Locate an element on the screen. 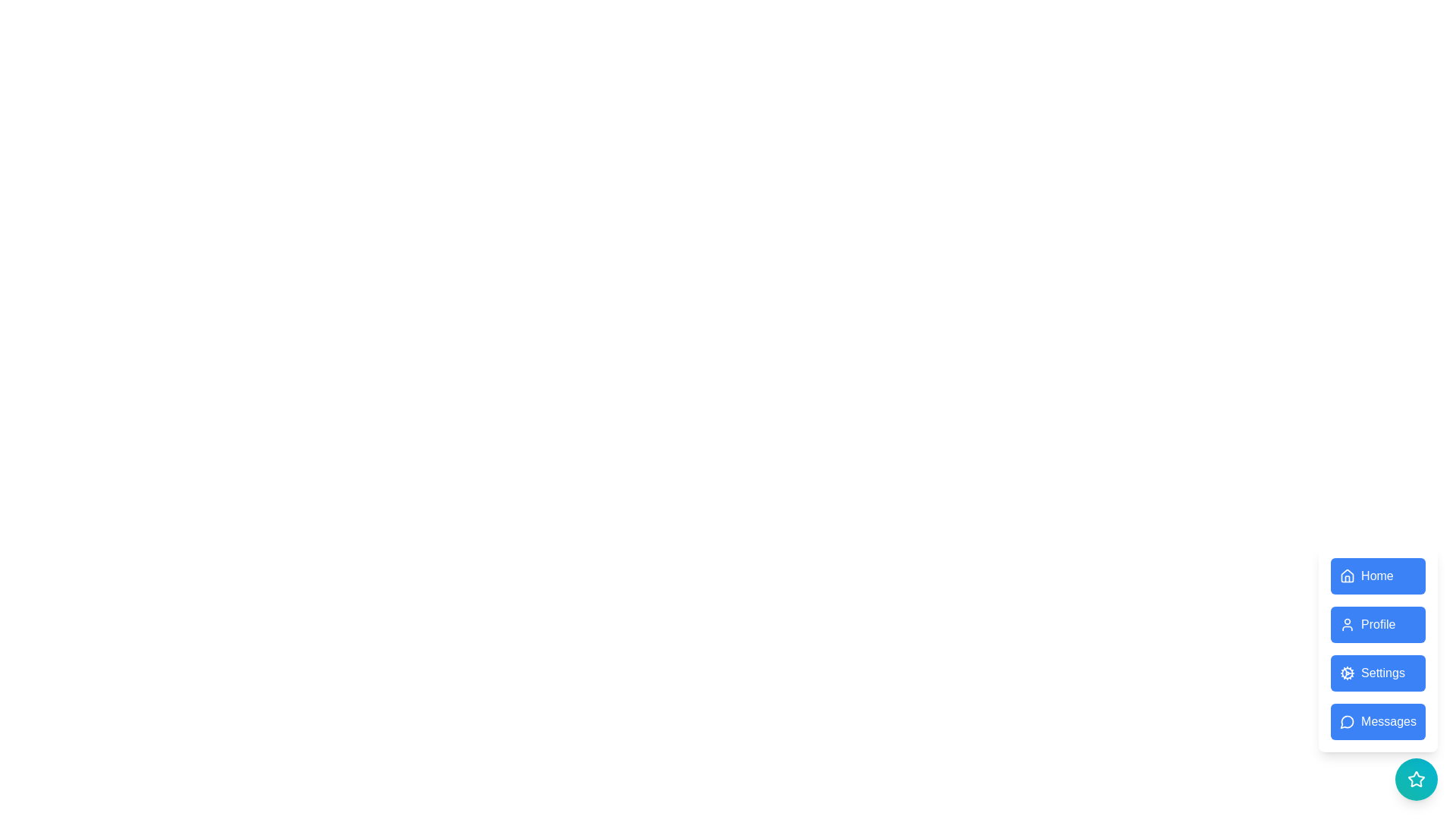 This screenshot has height=819, width=1456. the circular messaging icon resembling a speech bubble with a notification badge located in the vertical navigation menu adjacent to the 'Messages' option is located at coordinates (1347, 721).